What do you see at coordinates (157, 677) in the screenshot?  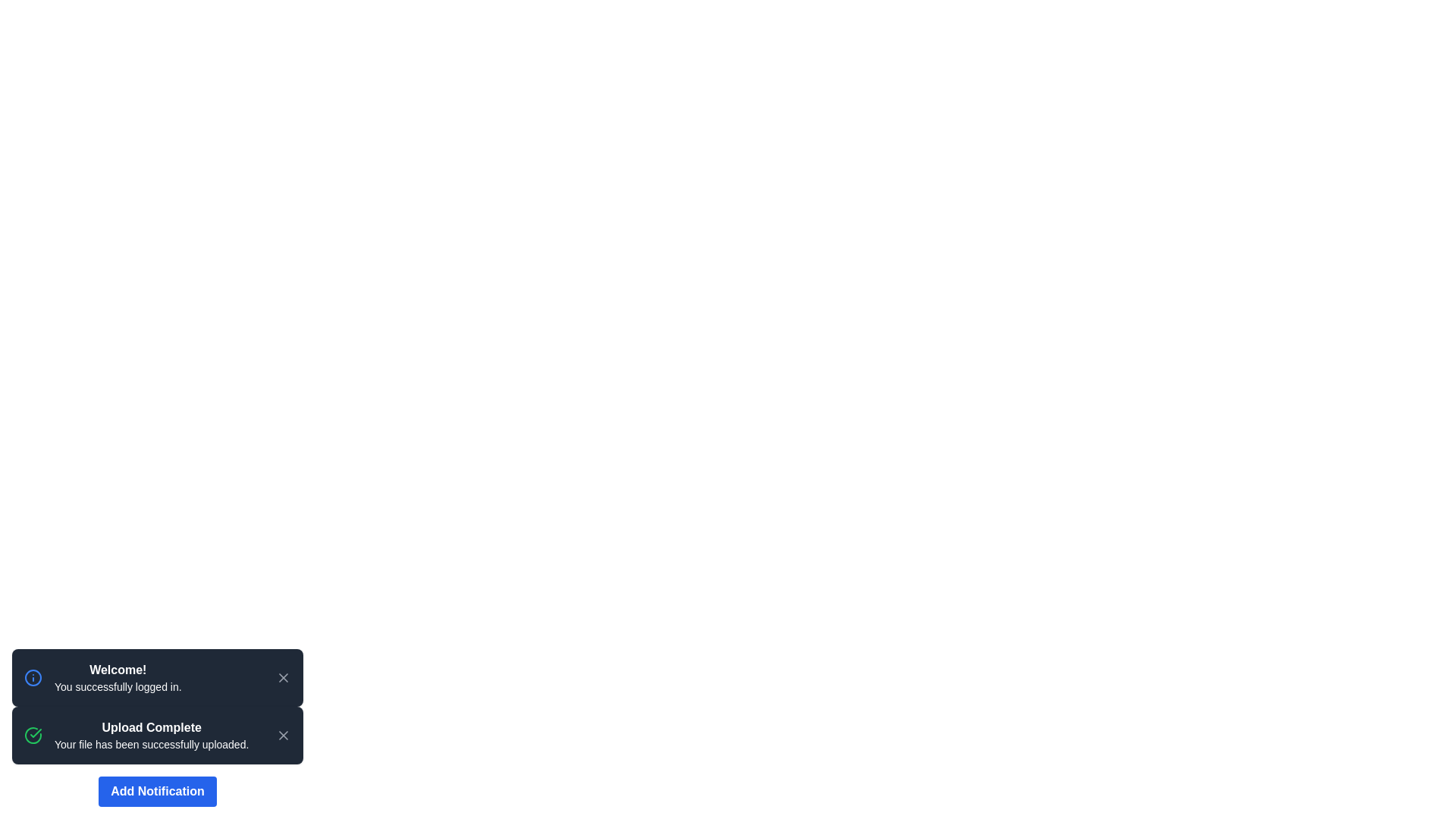 I see `notification displayed in the rectangular notification box with bold text saying 'Welcome!' and a smaller text underneath reading 'You successfully logged in.', located at the bottom-left corner of the viewport` at bounding box center [157, 677].